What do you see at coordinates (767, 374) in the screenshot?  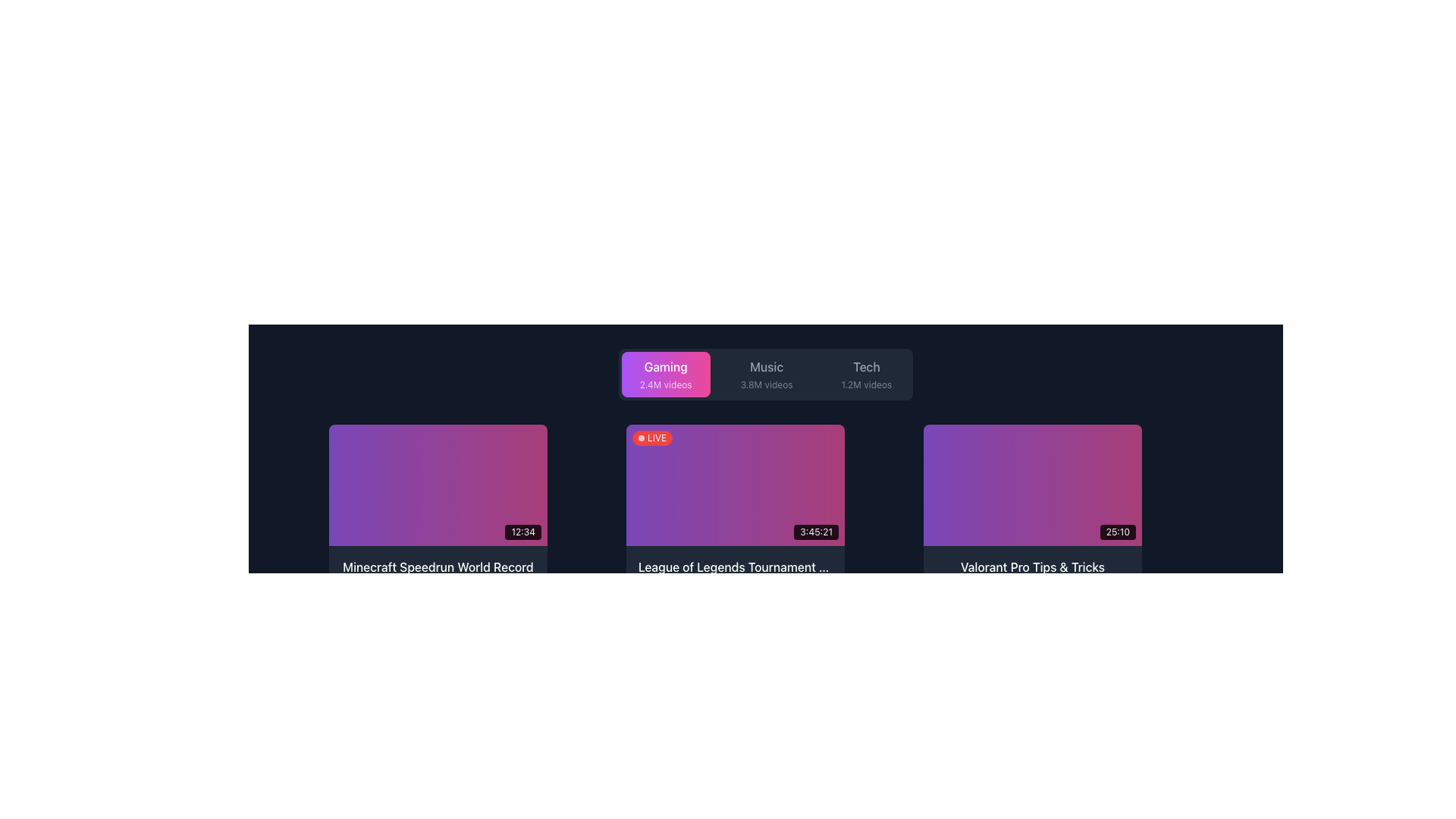 I see `the 'Music' button in the navigation menu` at bounding box center [767, 374].